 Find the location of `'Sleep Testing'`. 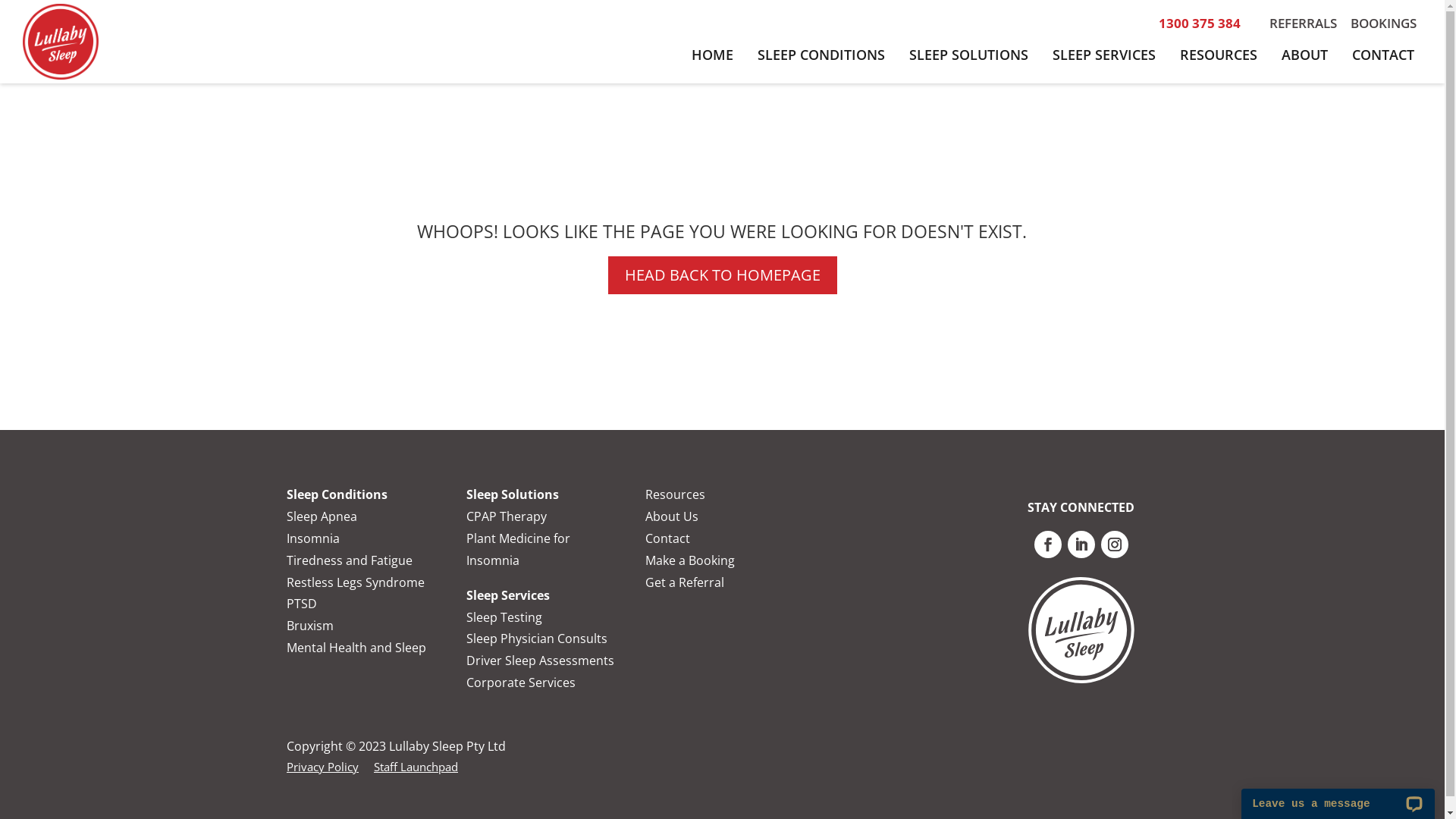

'Sleep Testing' is located at coordinates (504, 617).